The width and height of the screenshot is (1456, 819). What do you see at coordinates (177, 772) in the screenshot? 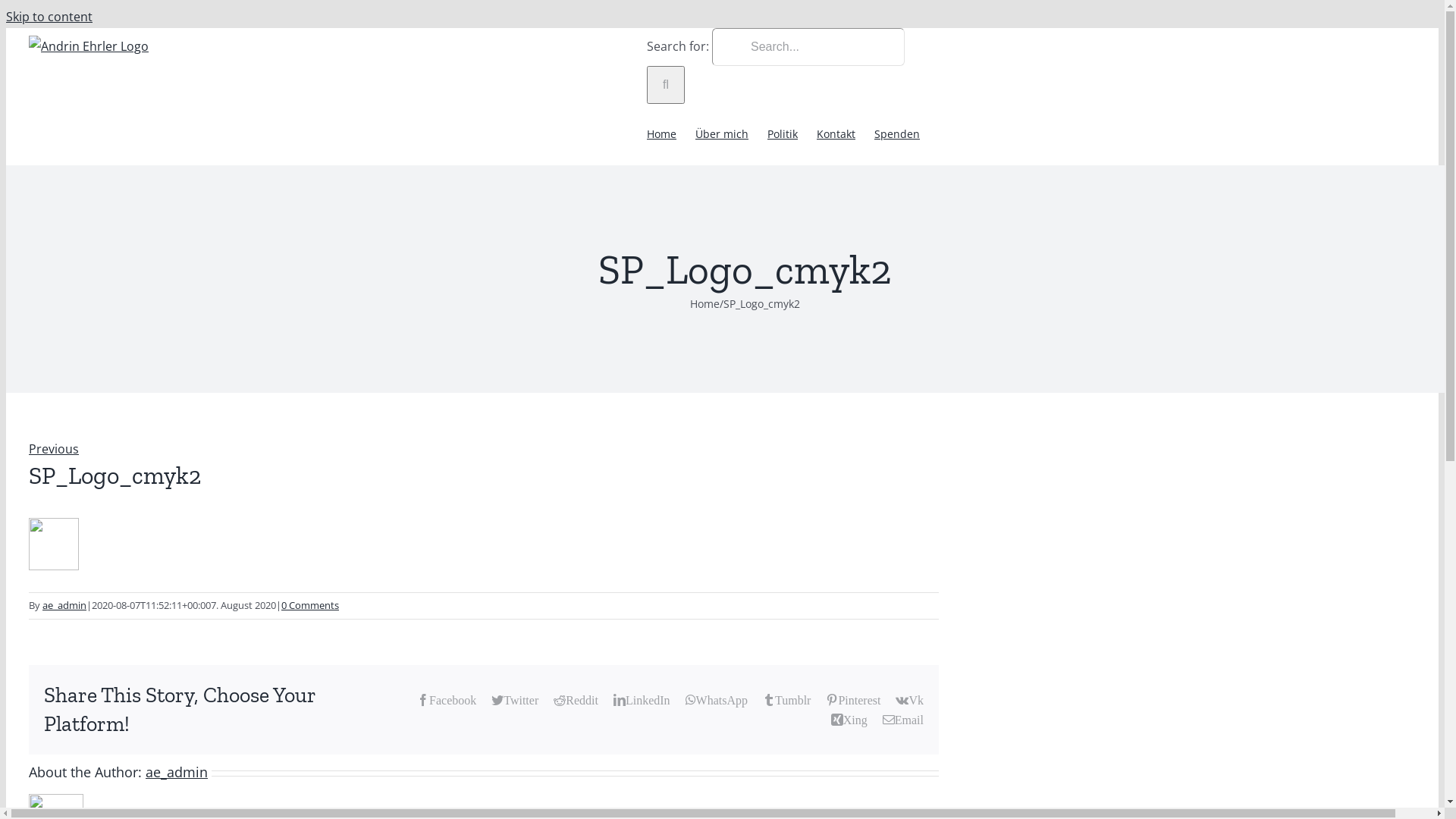
I see `'ae_admin'` at bounding box center [177, 772].